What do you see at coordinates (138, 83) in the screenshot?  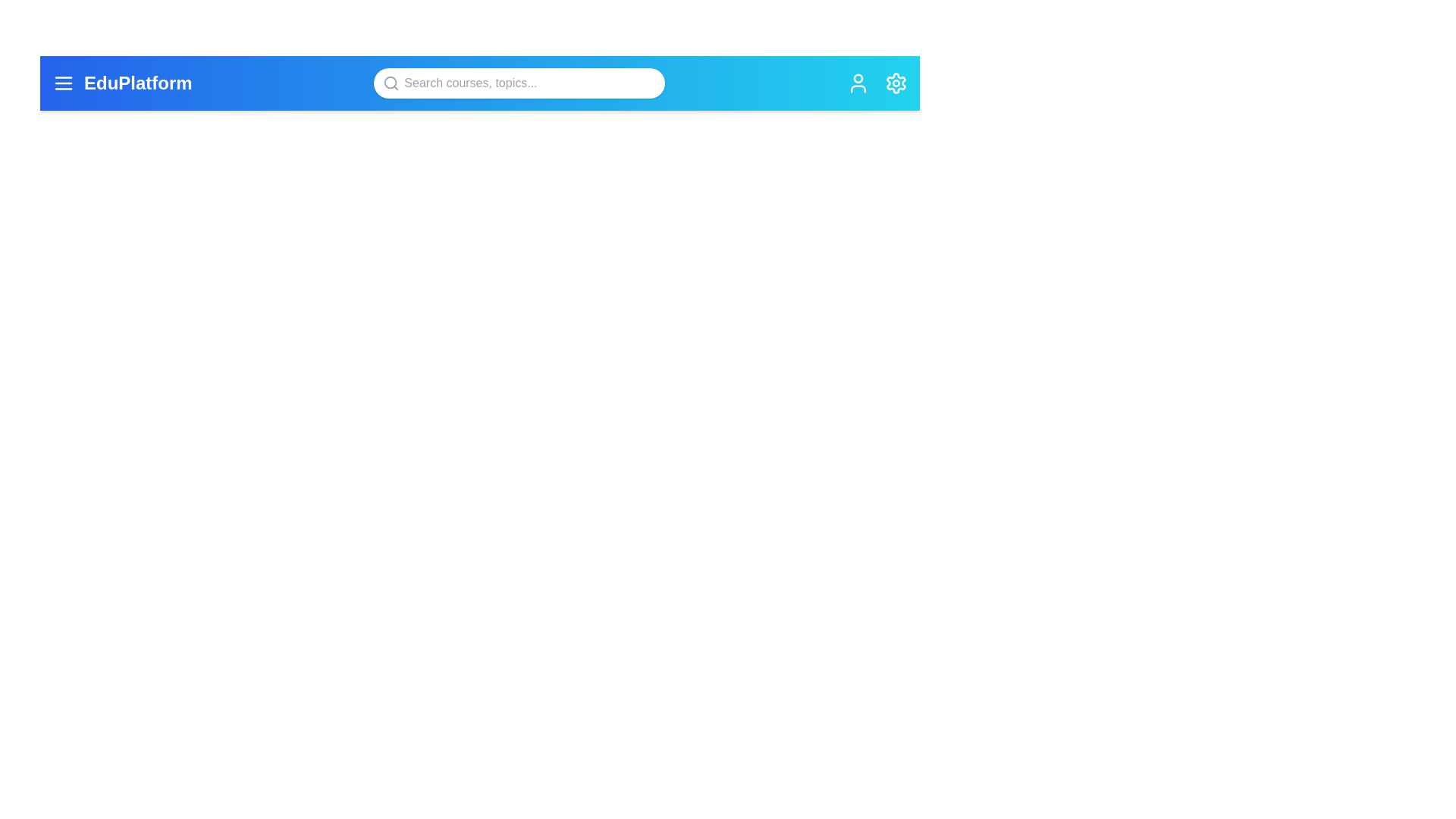 I see `the 'EduPlatform' text to select it` at bounding box center [138, 83].